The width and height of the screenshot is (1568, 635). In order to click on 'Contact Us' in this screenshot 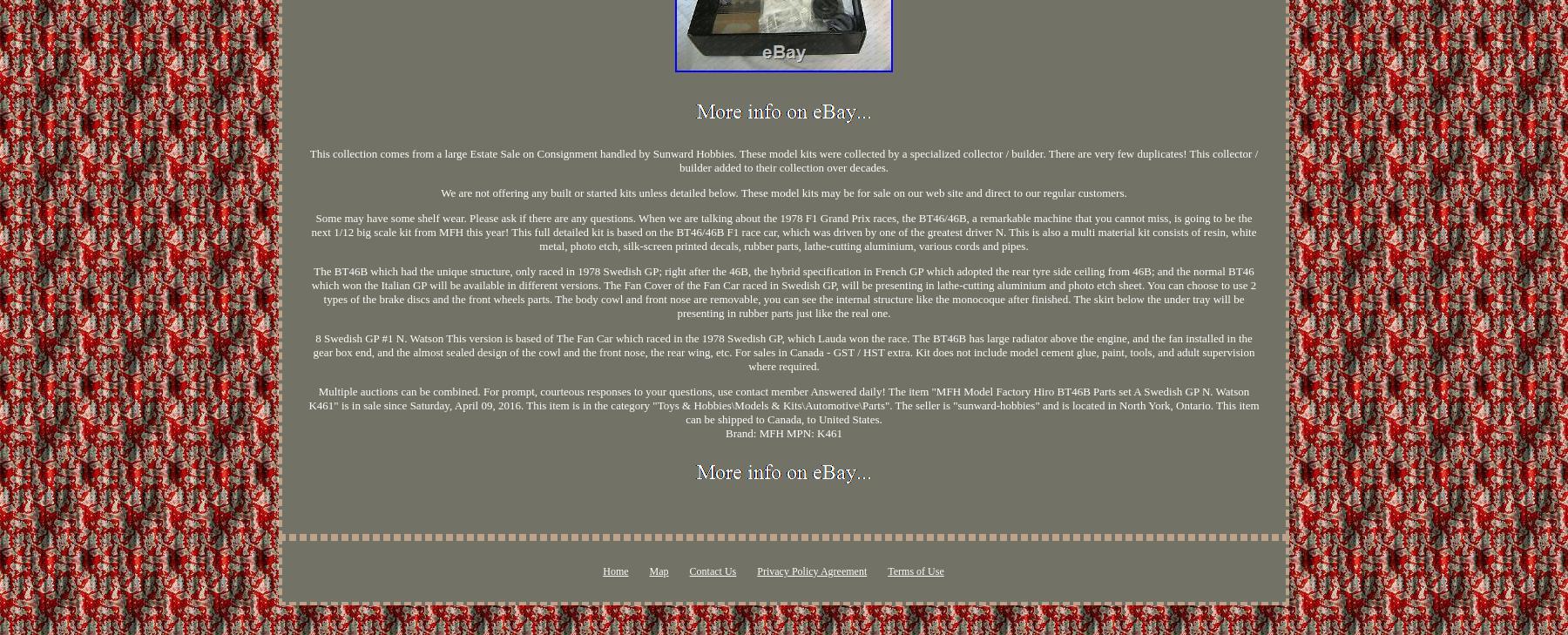, I will do `click(712, 571)`.